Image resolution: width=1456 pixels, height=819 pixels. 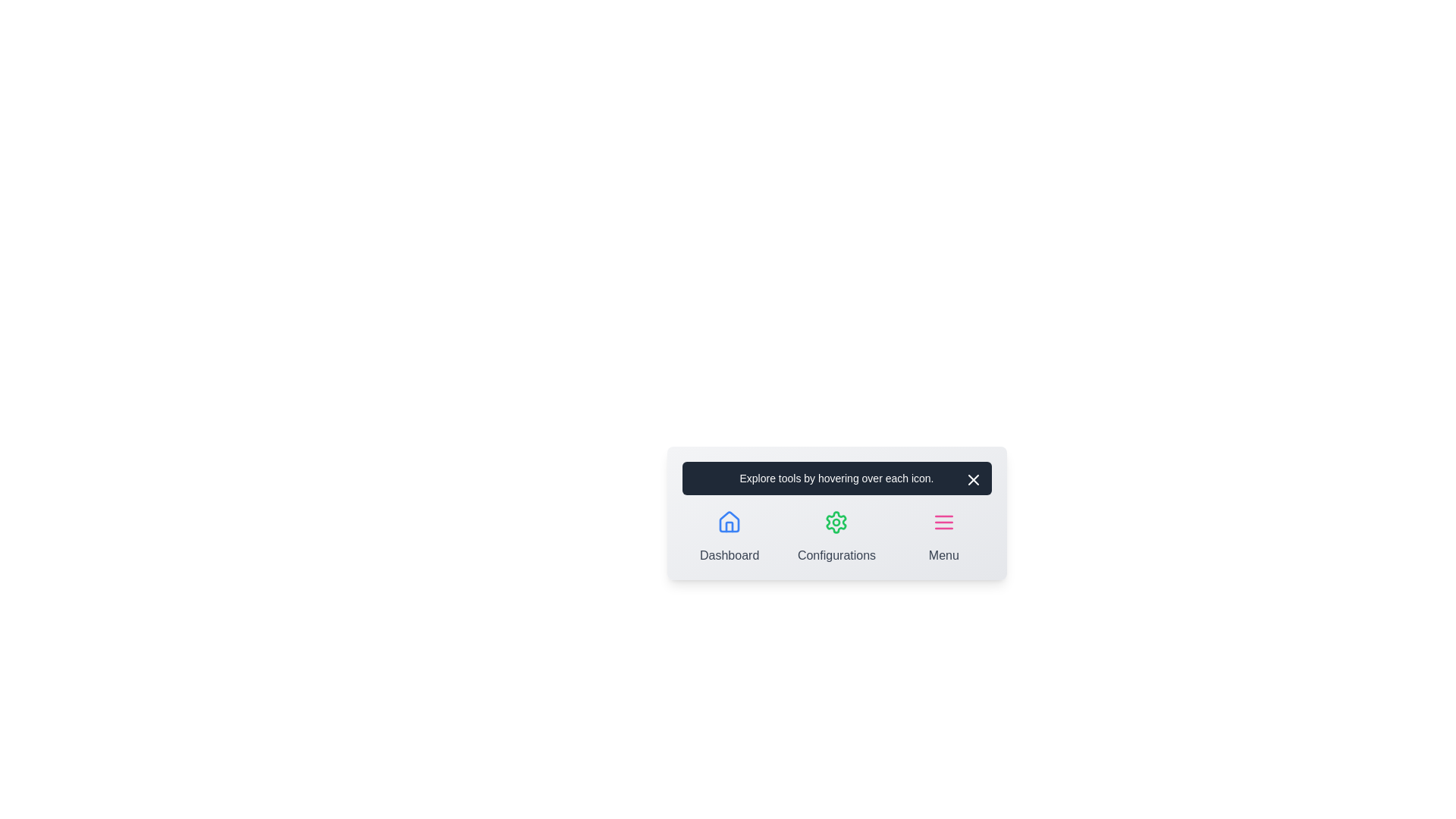 I want to click on the circular button with a blue house icon located in the bottom-left quadrant, so click(x=730, y=522).